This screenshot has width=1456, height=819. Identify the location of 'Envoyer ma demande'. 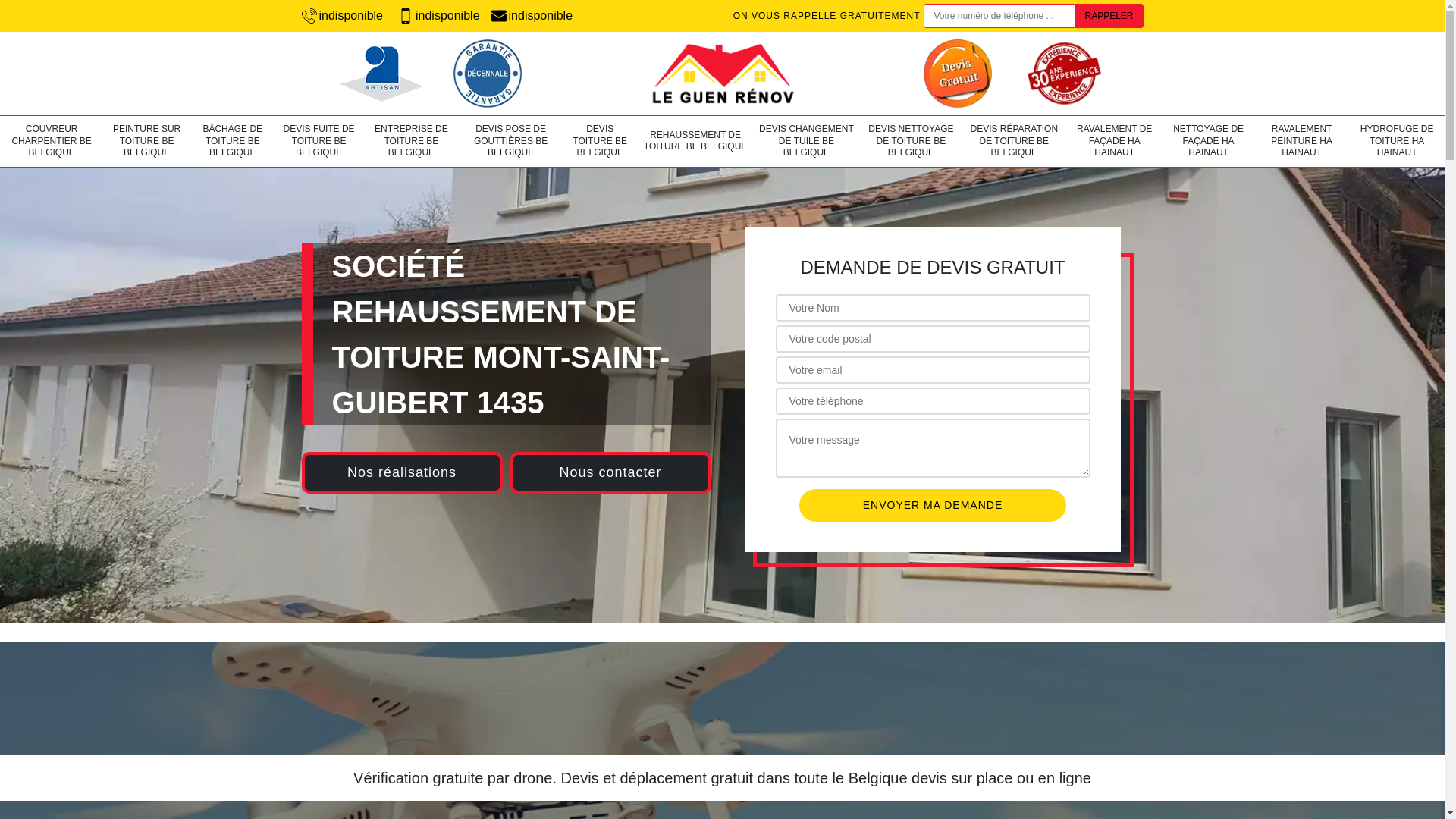
(932, 505).